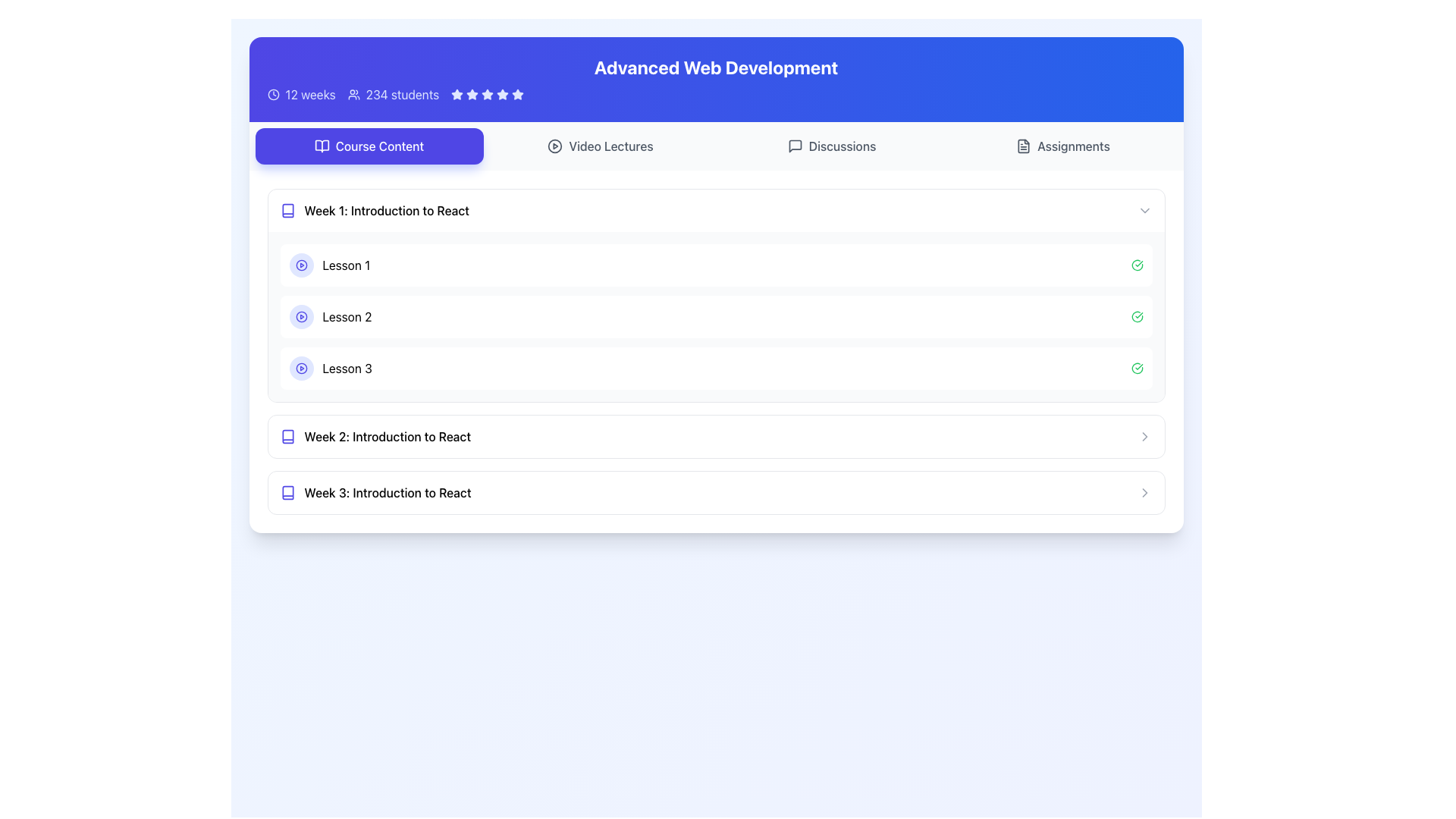  What do you see at coordinates (472, 94) in the screenshot?
I see `the third star-shaped icon in the rating system, which is filled and positioned in the top section of the interface` at bounding box center [472, 94].